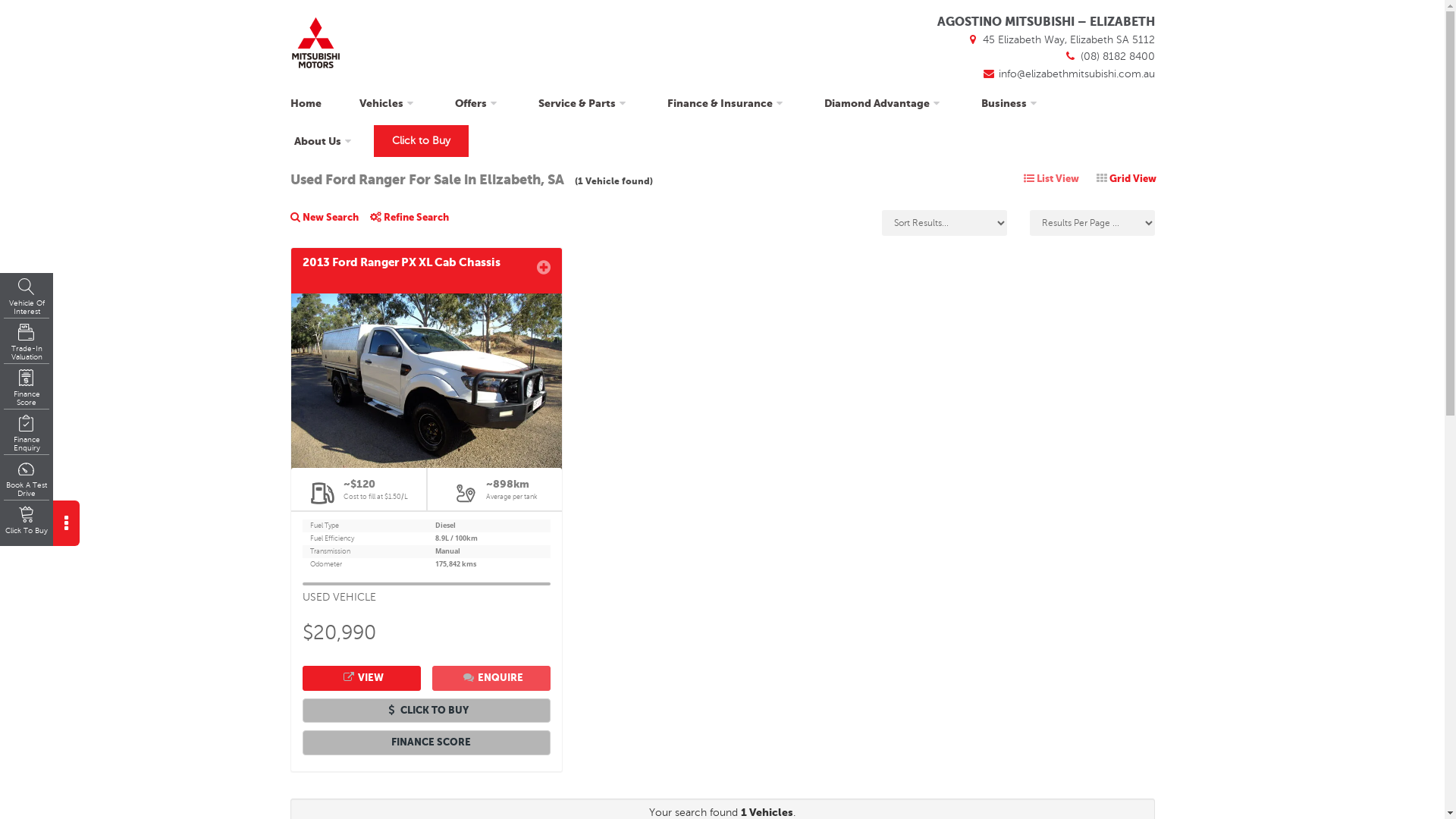 This screenshot has width=1456, height=819. What do you see at coordinates (1059, 38) in the screenshot?
I see `'45 Elizabeth Way, Elizabeth SA 5112'` at bounding box center [1059, 38].